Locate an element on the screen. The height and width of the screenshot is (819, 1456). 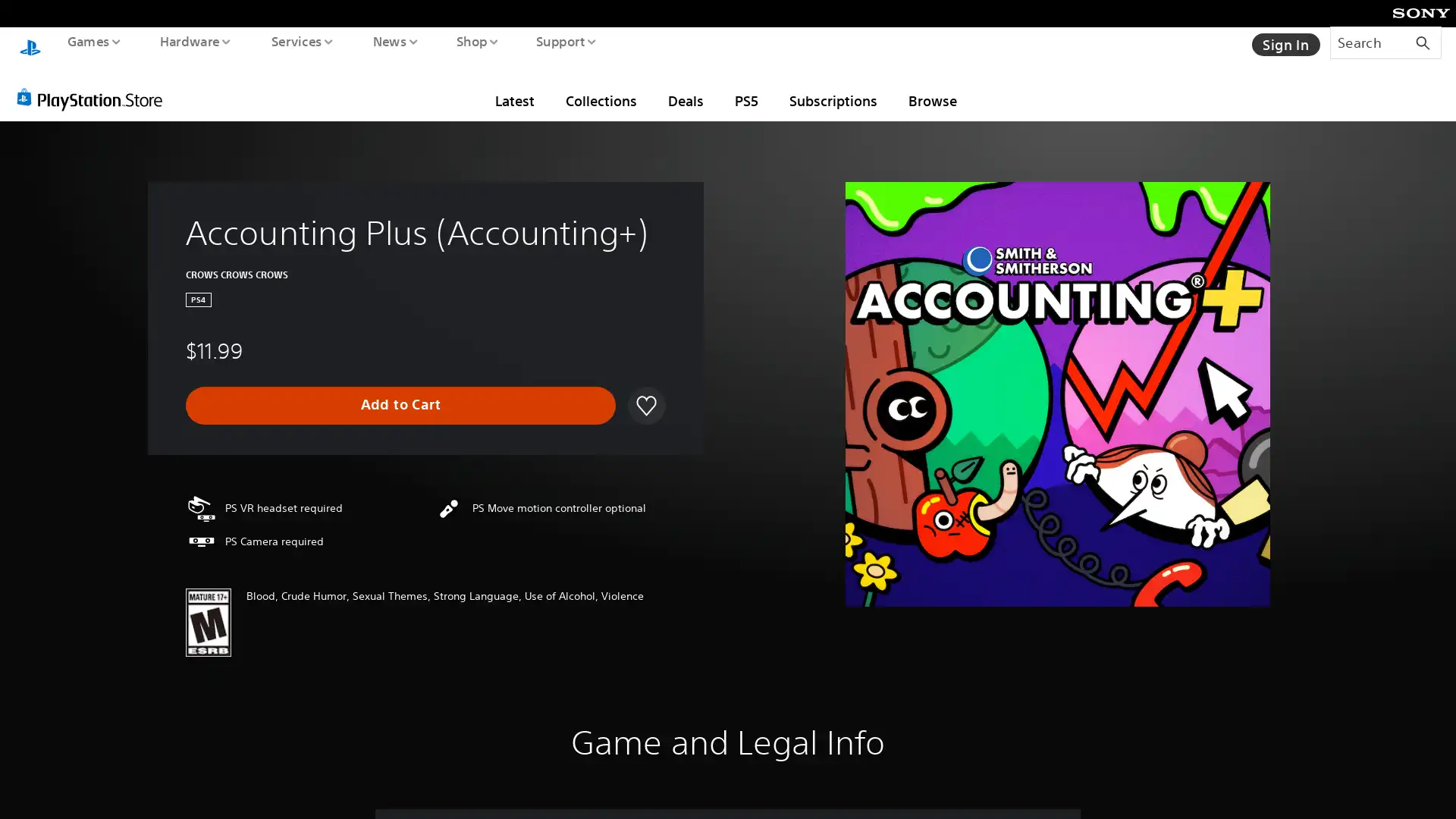
Sign In is located at coordinates (1284, 42).